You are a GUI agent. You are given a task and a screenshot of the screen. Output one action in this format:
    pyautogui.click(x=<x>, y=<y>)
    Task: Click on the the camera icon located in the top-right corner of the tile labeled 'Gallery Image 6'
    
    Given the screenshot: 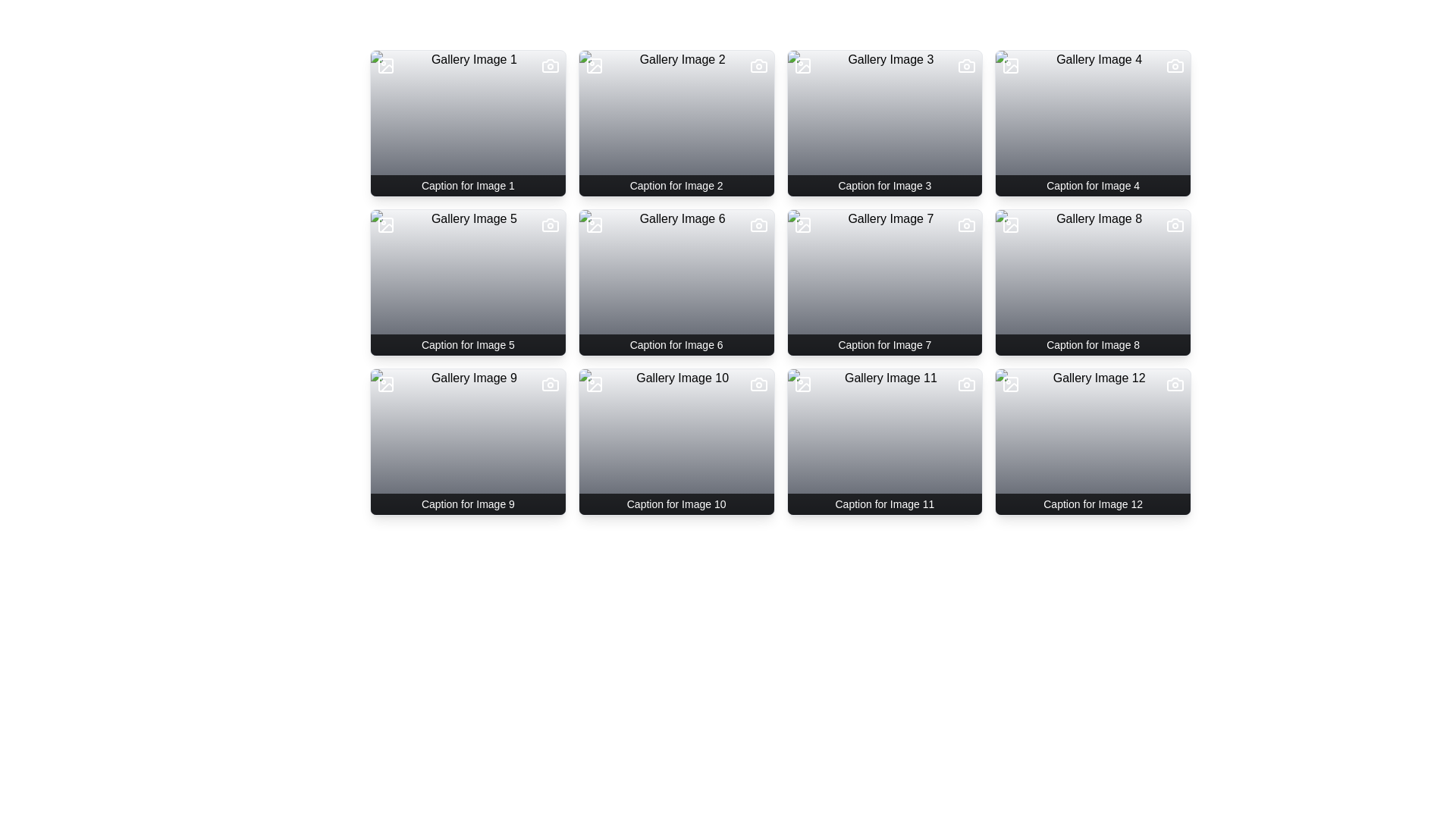 What is the action you would take?
    pyautogui.click(x=758, y=225)
    